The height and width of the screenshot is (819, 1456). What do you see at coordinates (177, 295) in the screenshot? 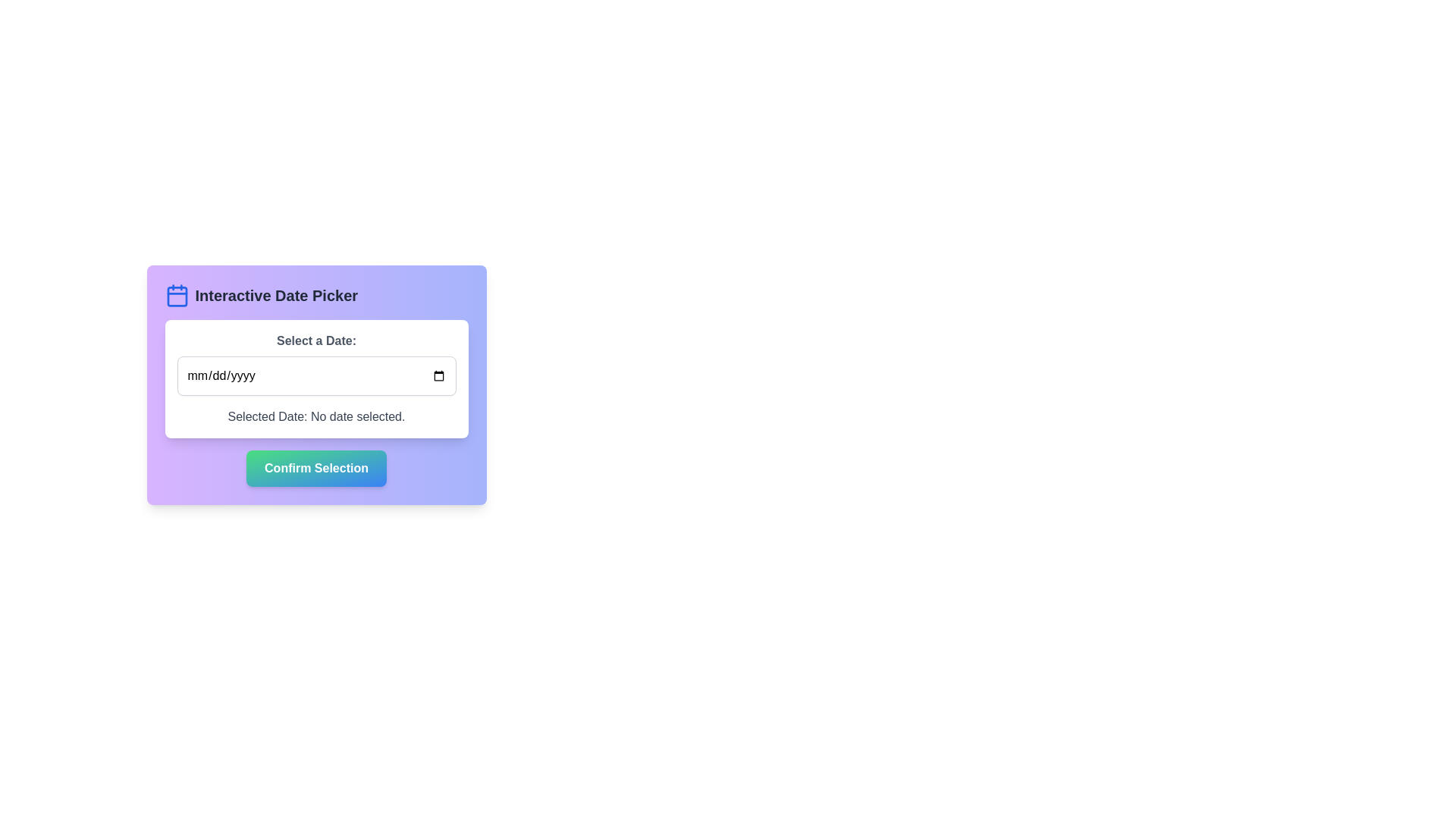
I see `the calendar icon that represents the date picker feature, located at the top-left corner of the date picker interface` at bounding box center [177, 295].